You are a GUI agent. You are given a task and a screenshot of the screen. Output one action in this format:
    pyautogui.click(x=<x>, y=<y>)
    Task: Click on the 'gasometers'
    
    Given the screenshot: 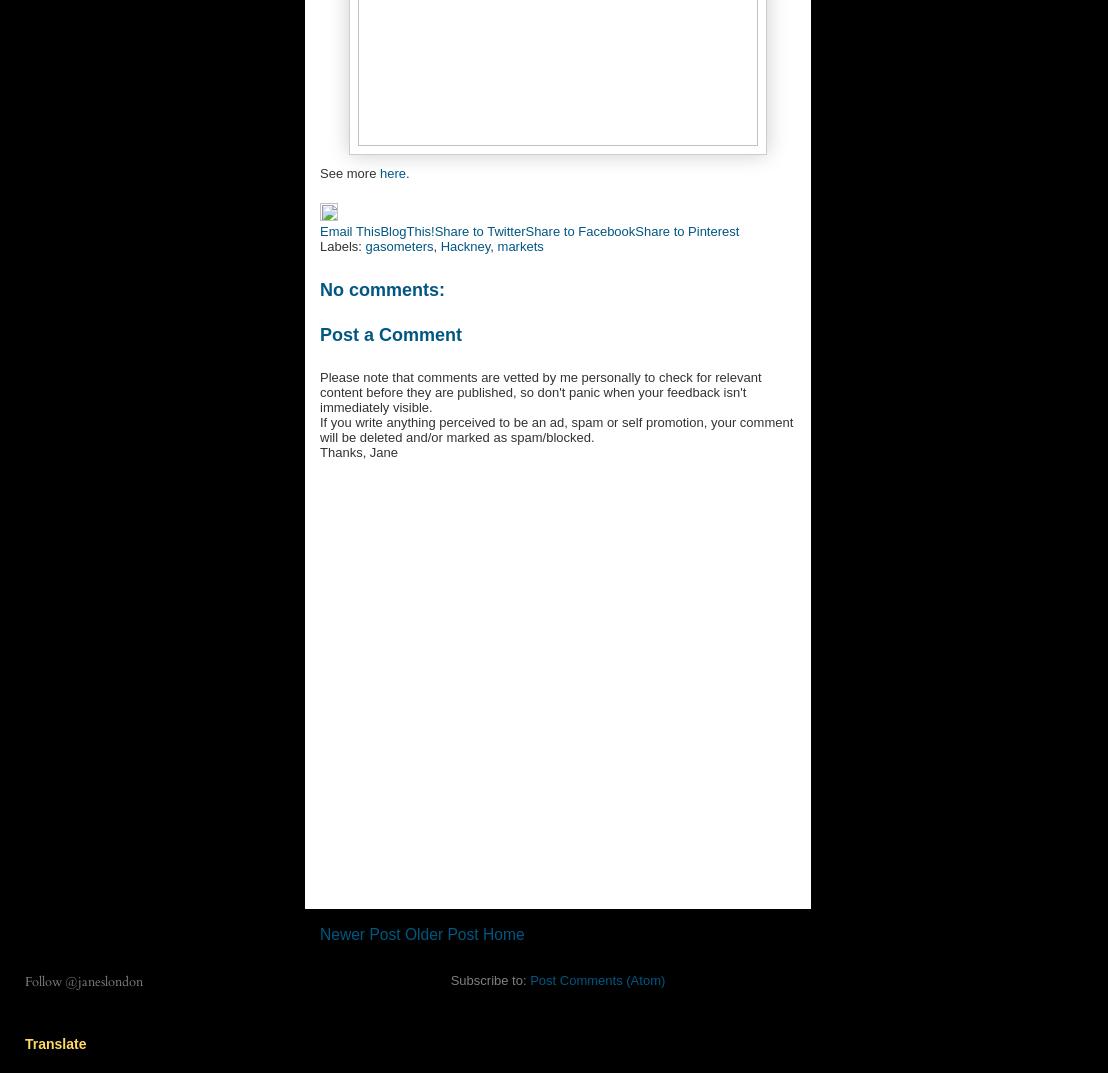 What is the action you would take?
    pyautogui.click(x=398, y=244)
    